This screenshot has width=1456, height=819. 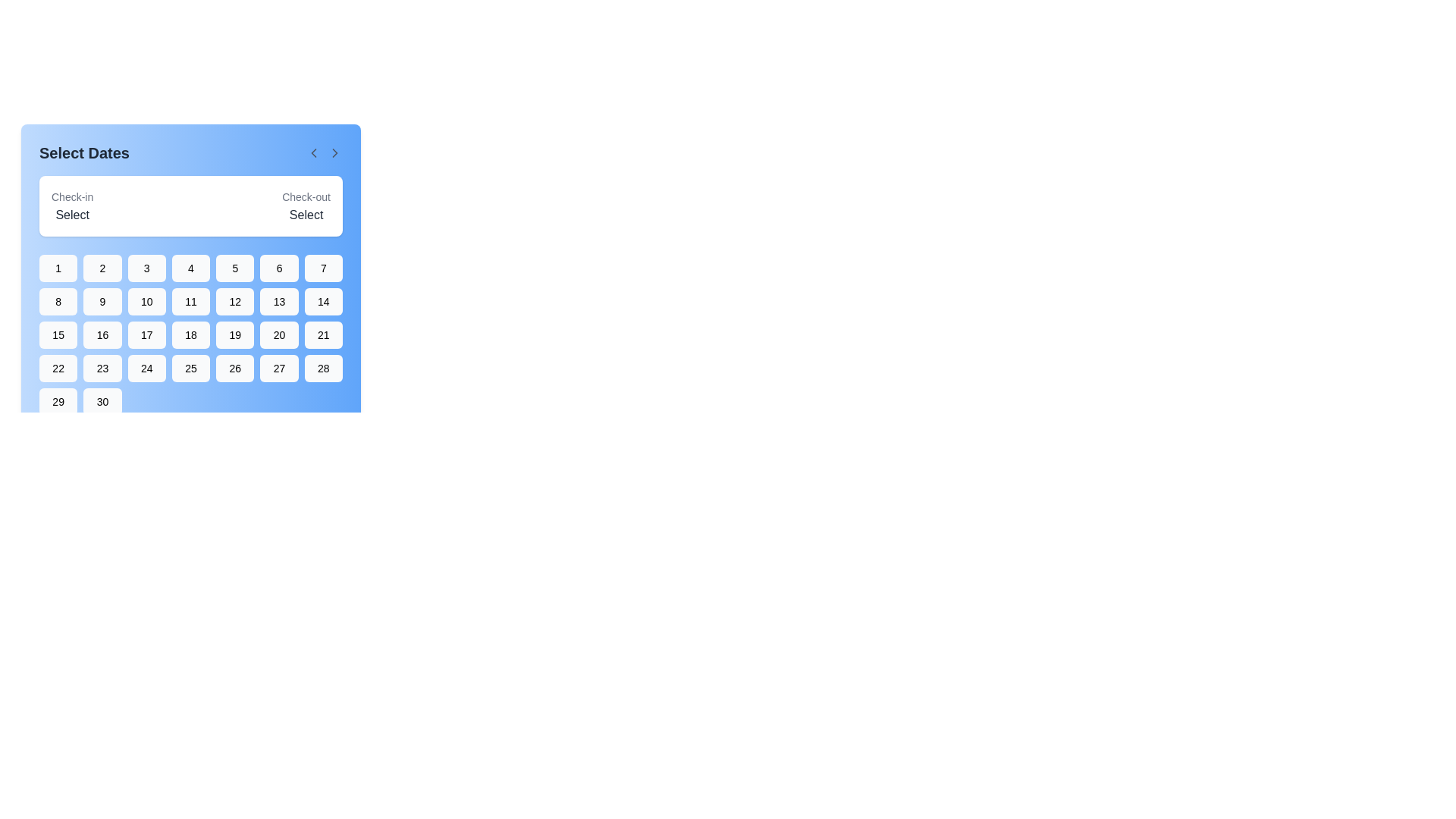 What do you see at coordinates (58, 301) in the screenshot?
I see `the rounded rectangular button with a black numeral '8' on a white background in the grid-style calendar layout` at bounding box center [58, 301].